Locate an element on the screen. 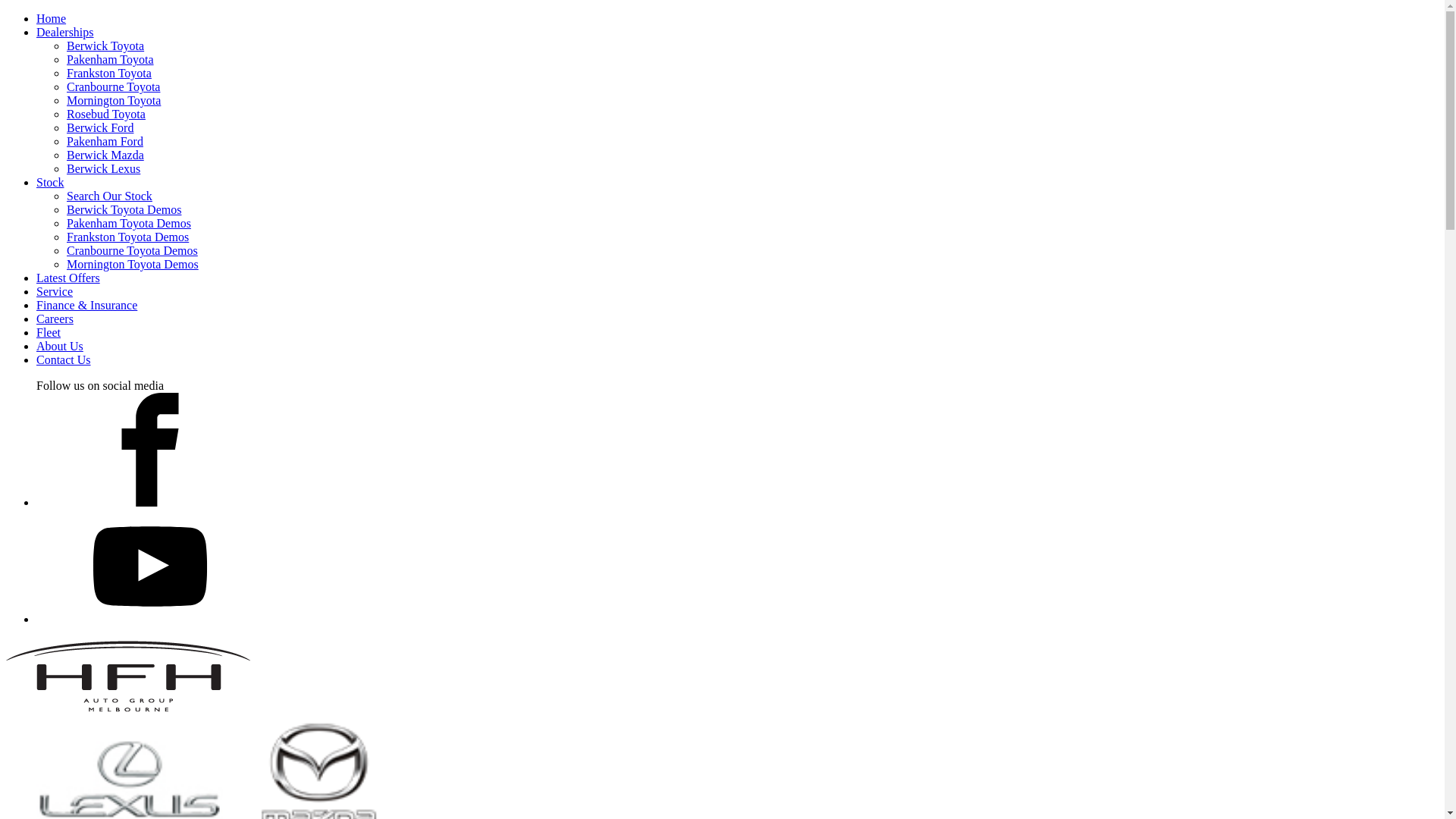  'Pakenham Ford' is located at coordinates (104, 141).